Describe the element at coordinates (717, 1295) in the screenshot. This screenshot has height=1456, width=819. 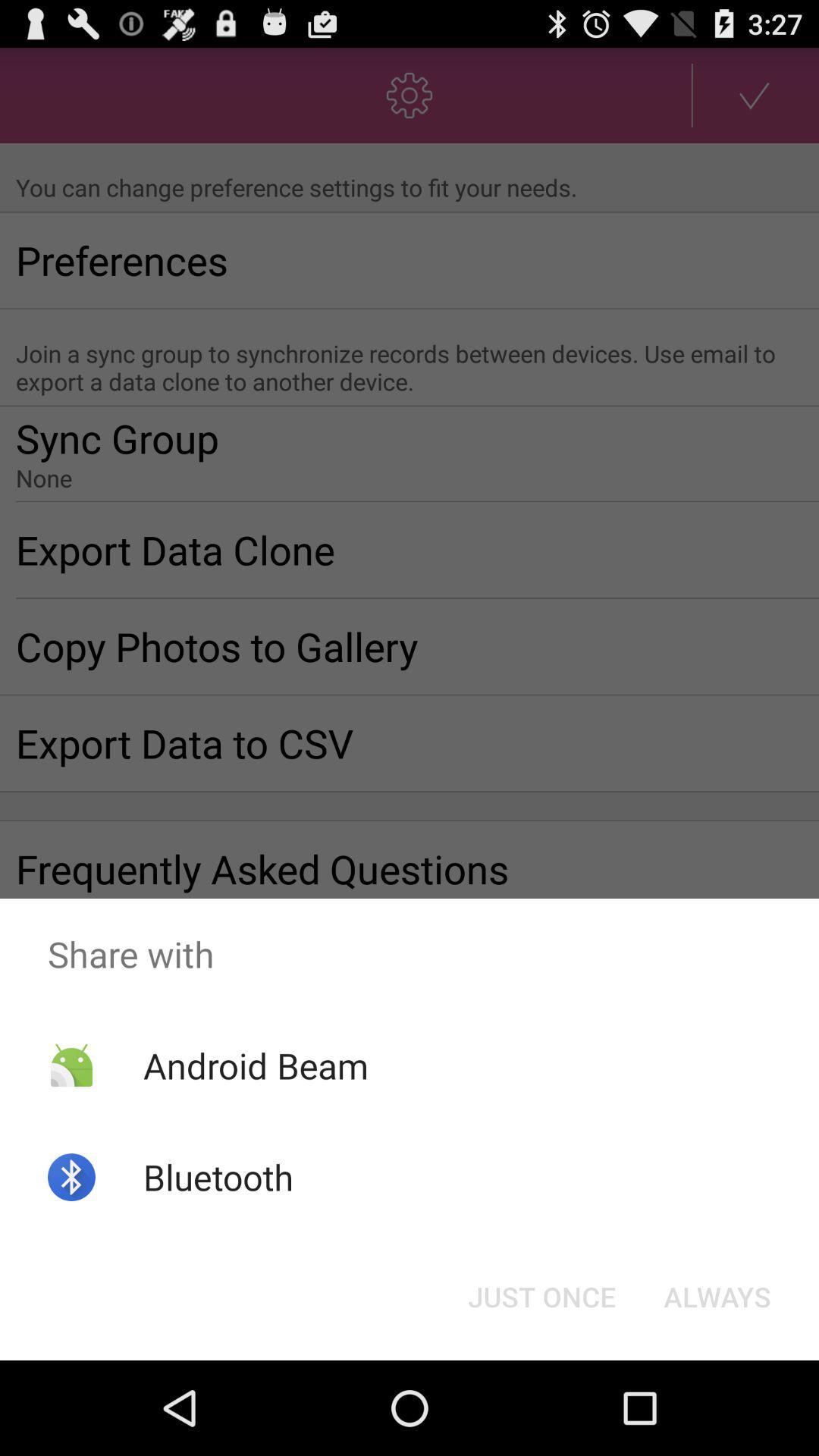
I see `item below share with item` at that location.